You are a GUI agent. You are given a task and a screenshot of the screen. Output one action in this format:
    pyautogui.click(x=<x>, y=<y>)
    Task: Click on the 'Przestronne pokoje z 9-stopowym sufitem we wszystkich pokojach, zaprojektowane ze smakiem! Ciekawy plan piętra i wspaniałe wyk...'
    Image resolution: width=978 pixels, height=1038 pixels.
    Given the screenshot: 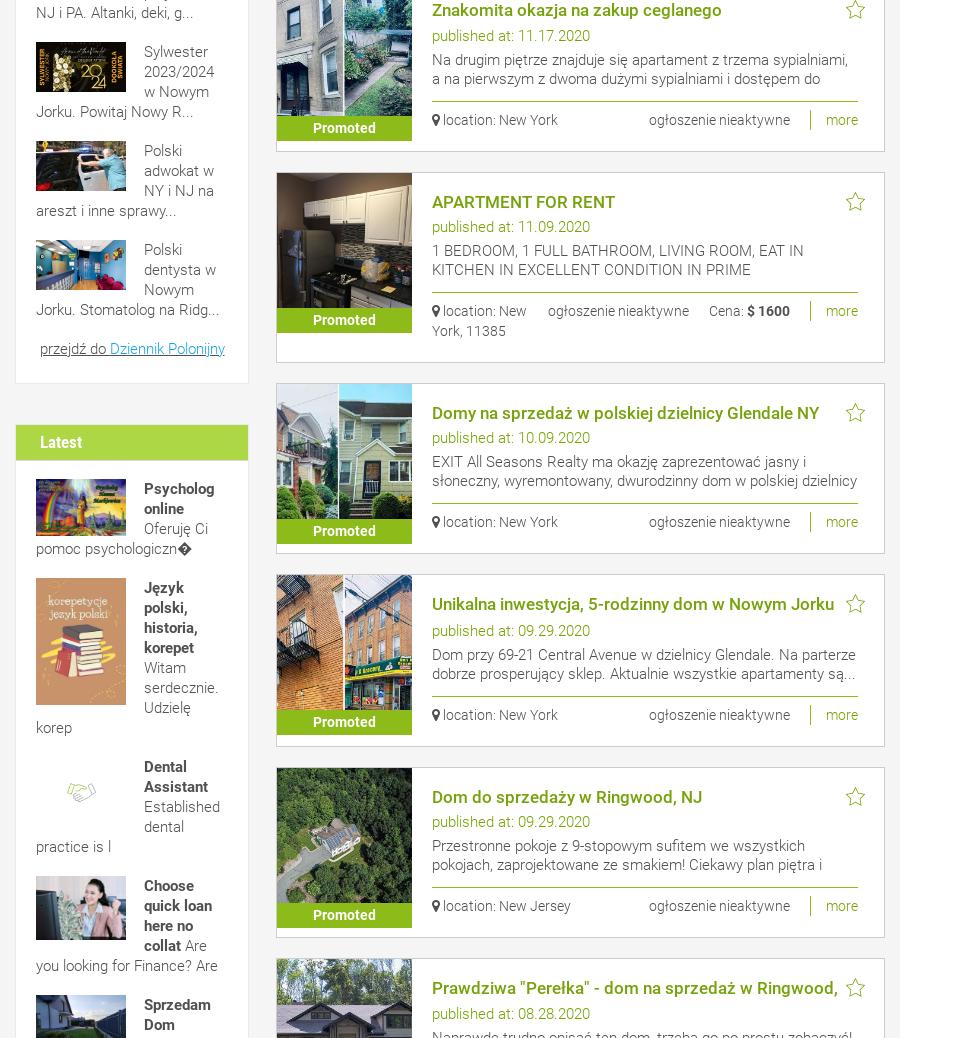 What is the action you would take?
    pyautogui.click(x=626, y=864)
    